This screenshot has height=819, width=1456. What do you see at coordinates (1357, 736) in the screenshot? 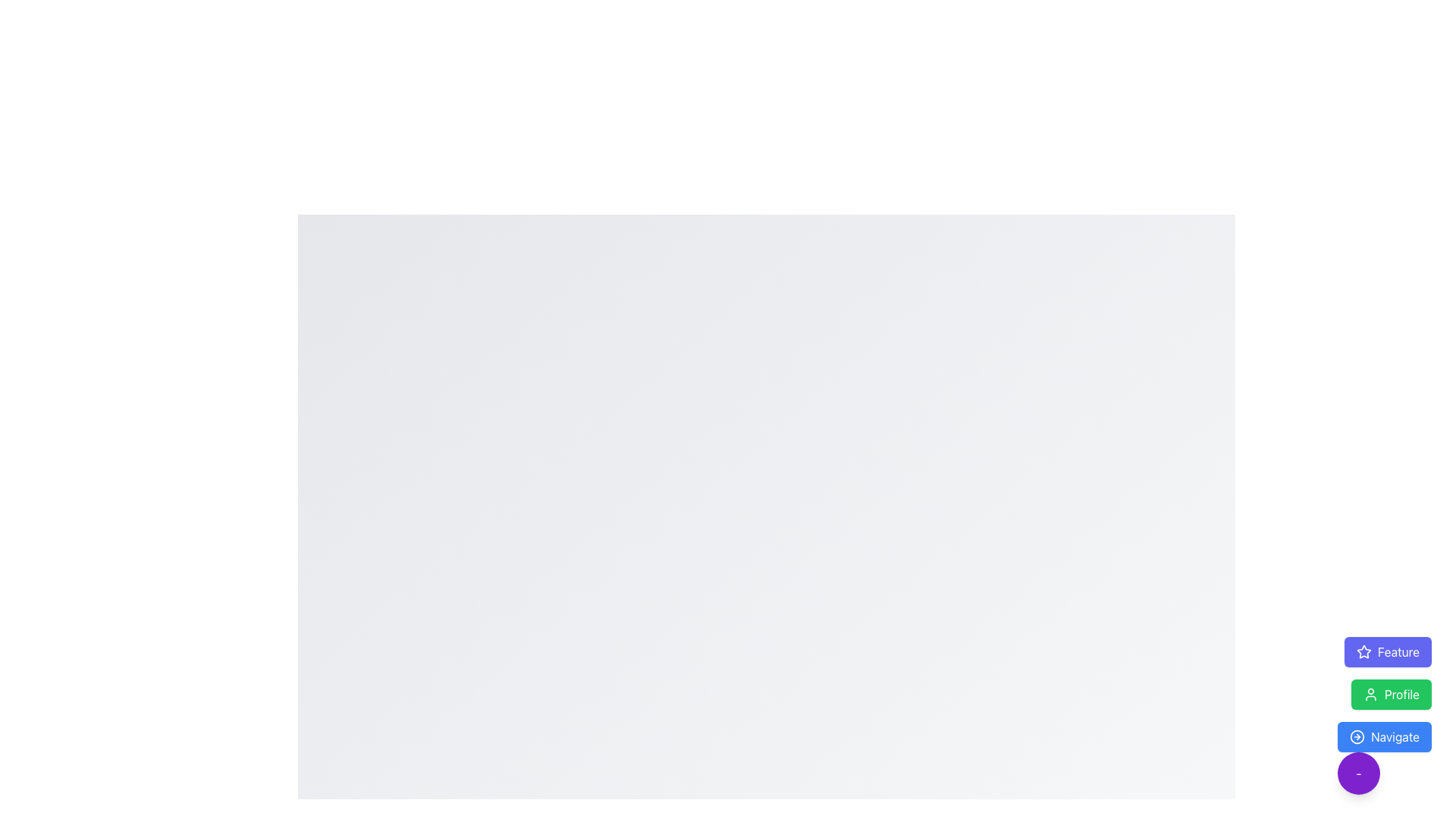
I see `the Decorative Icon, which is a circular icon with an arrow pointing to the right, located to the left of the text inside the 'Navigate' button at the bottom right of the interface` at bounding box center [1357, 736].